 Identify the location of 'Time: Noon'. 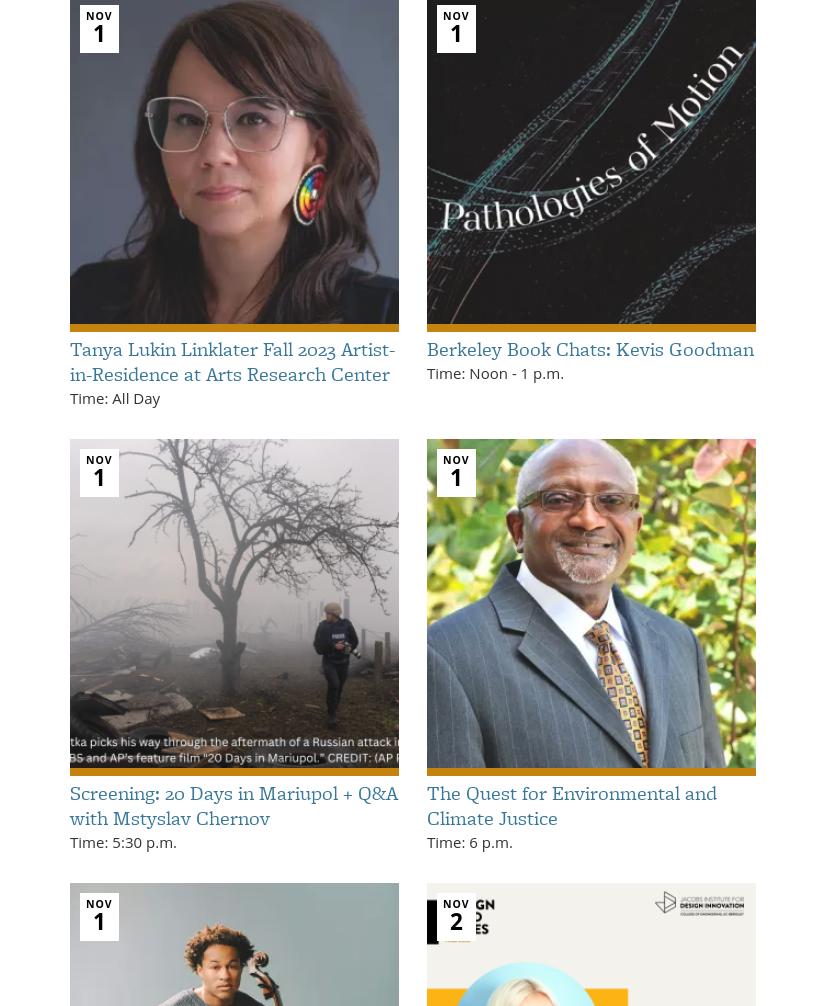
(468, 371).